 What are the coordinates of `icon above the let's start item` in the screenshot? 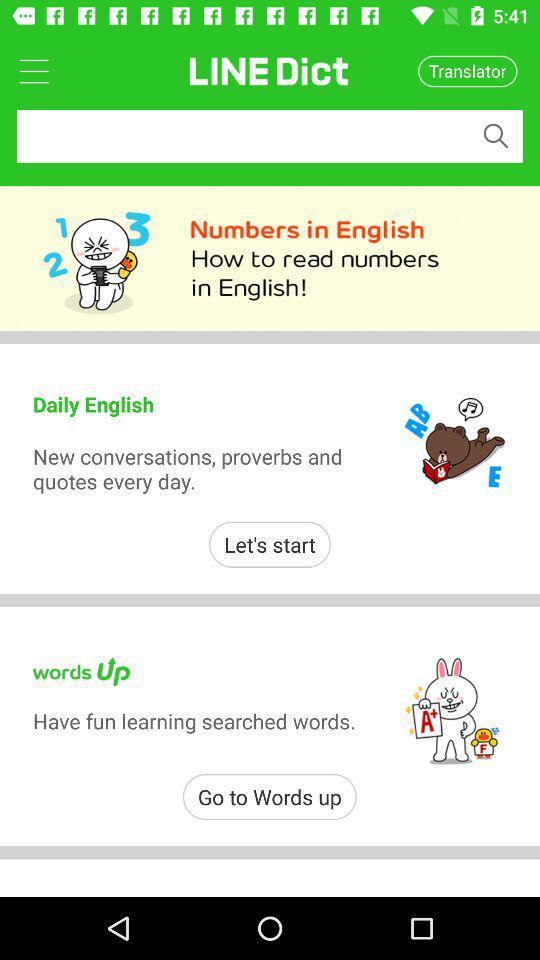 It's located at (197, 468).